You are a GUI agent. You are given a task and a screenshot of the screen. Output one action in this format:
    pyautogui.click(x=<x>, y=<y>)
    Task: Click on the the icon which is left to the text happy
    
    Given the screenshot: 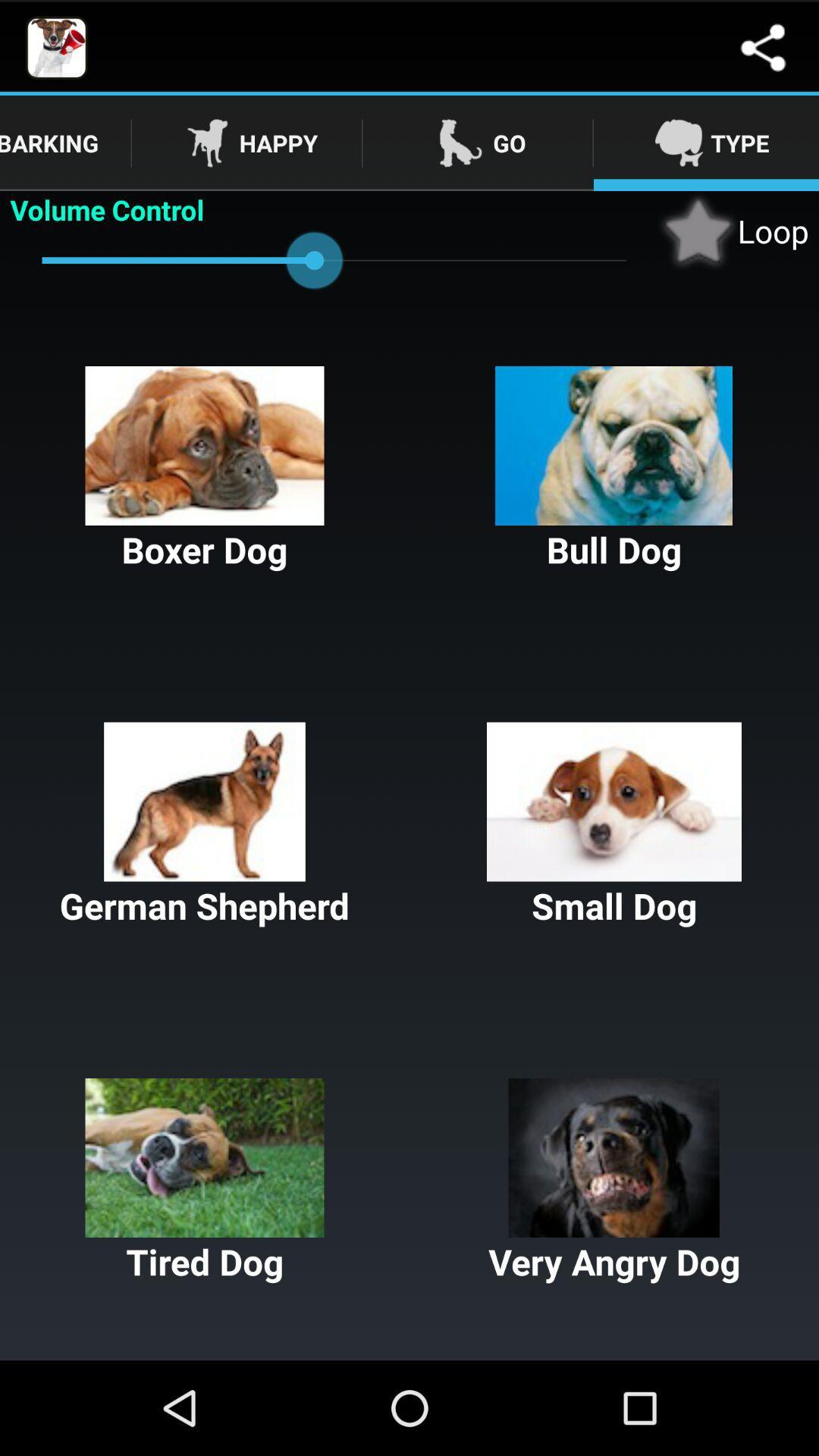 What is the action you would take?
    pyautogui.click(x=207, y=143)
    